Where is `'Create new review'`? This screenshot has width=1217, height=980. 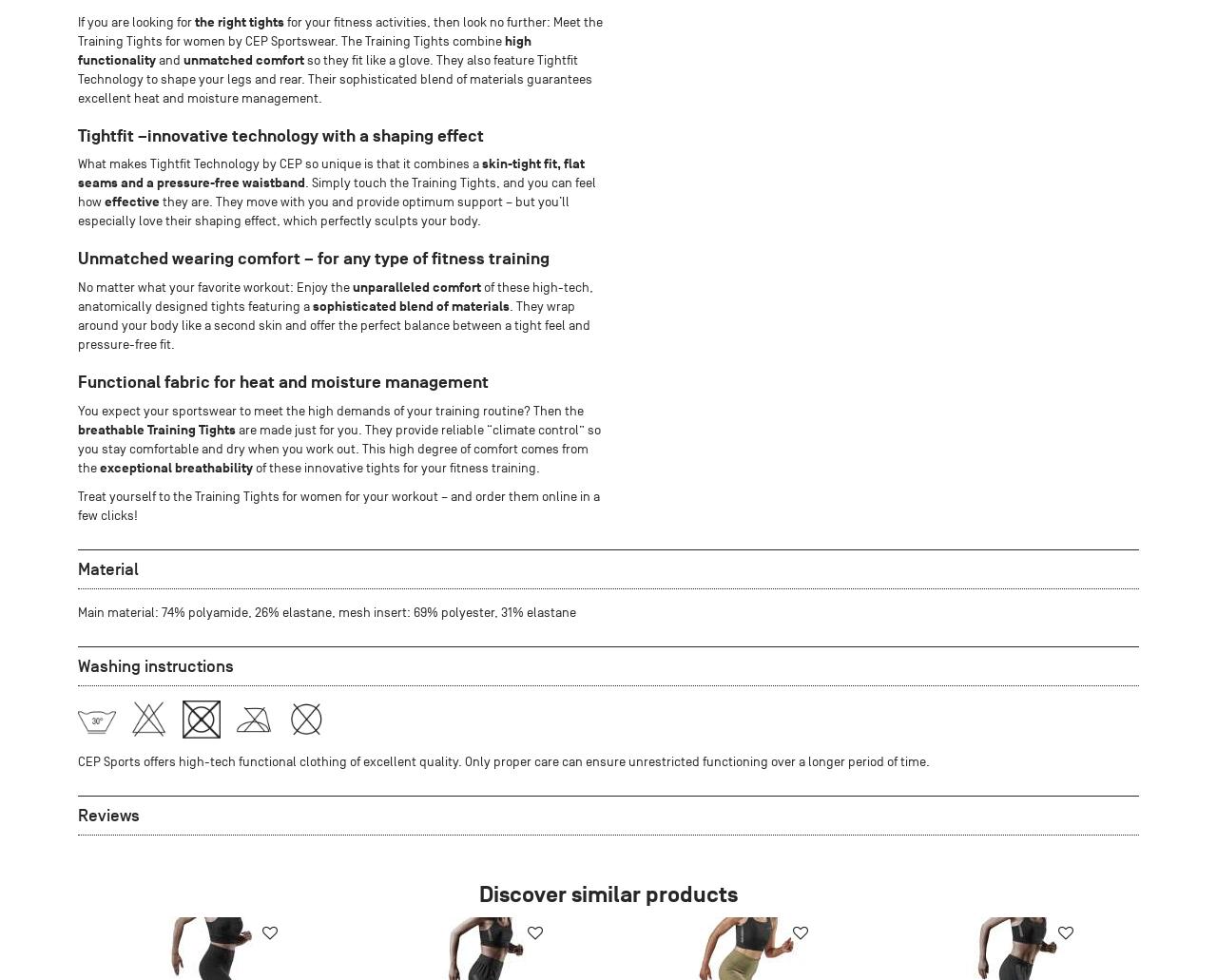 'Create new review' is located at coordinates (598, 932).